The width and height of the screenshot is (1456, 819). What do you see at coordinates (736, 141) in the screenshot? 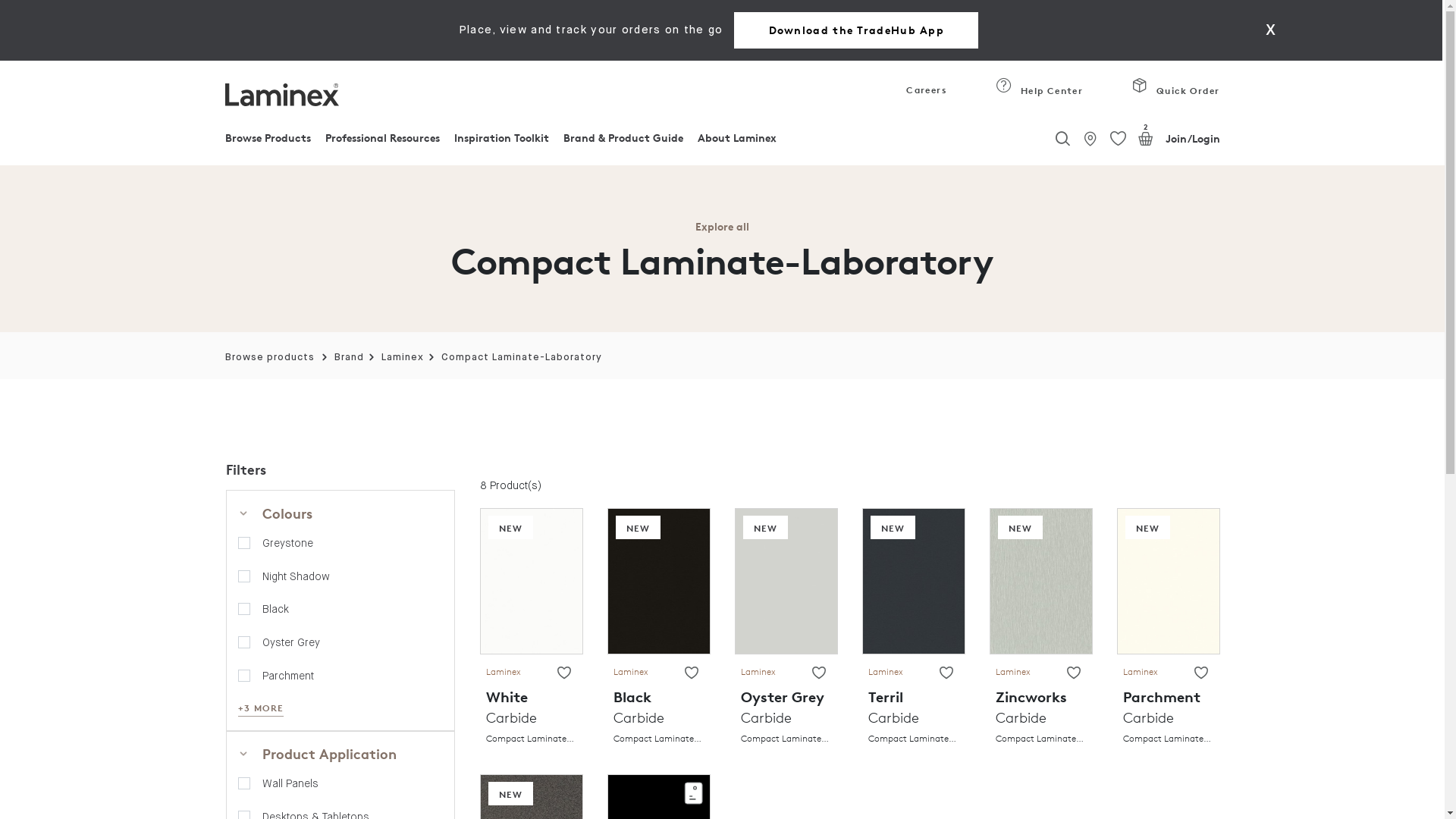
I see `'About Laminex'` at bounding box center [736, 141].